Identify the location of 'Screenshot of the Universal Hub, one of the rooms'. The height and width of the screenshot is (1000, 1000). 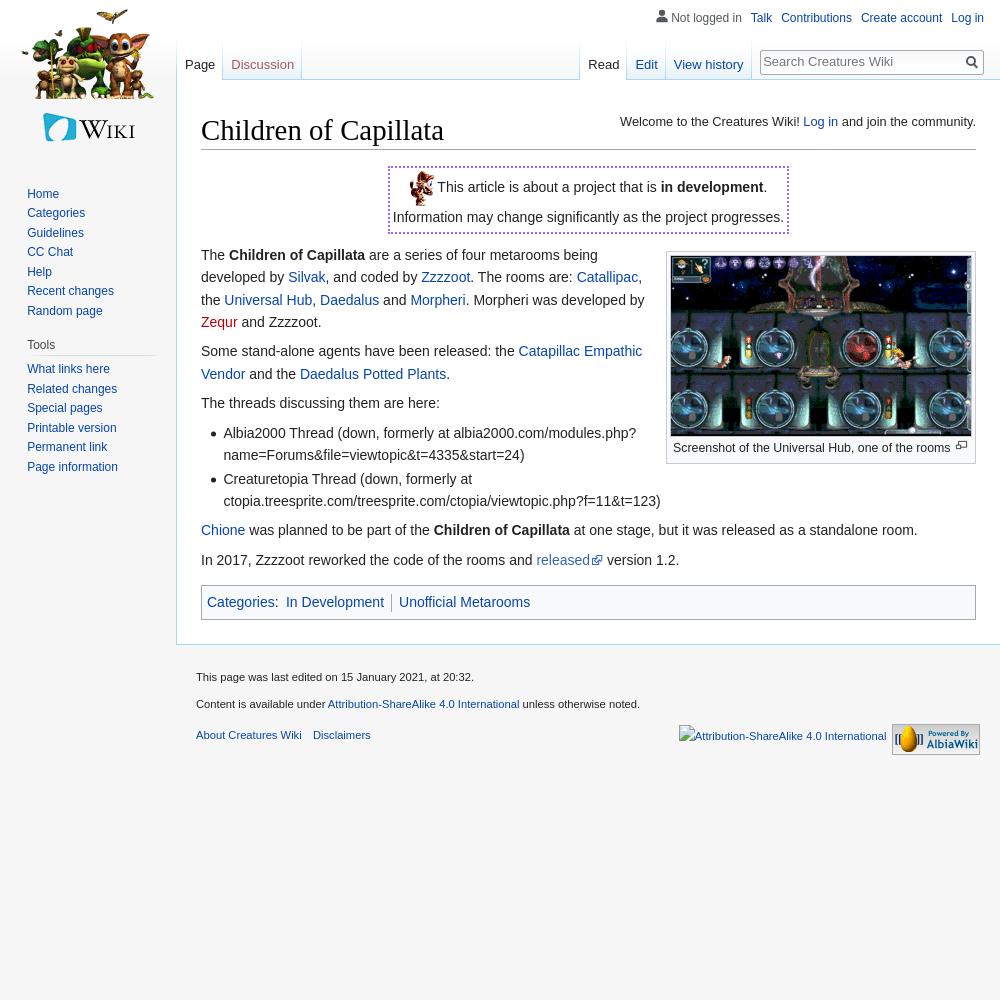
(811, 446).